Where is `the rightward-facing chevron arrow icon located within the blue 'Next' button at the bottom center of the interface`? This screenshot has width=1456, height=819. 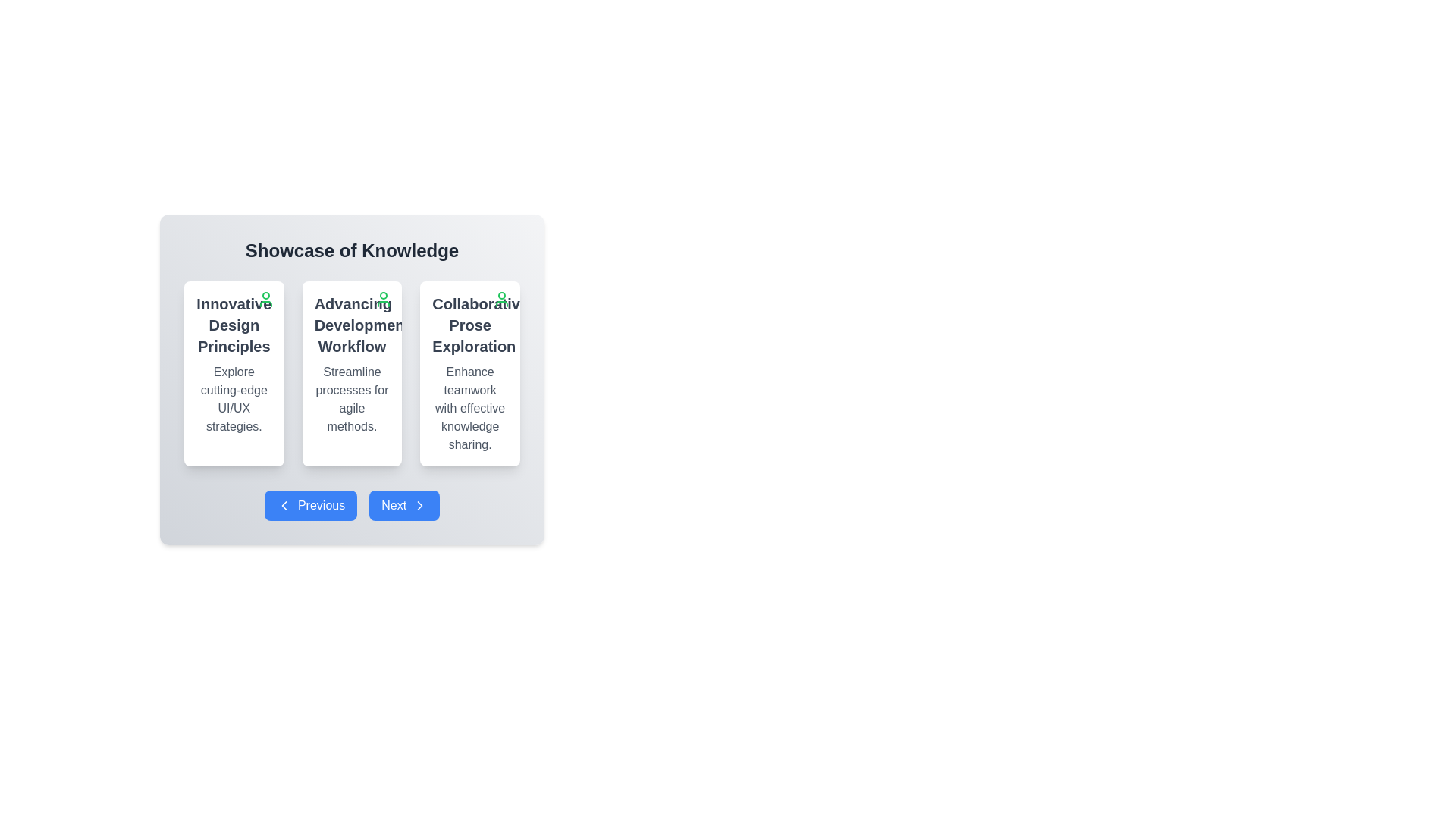
the rightward-facing chevron arrow icon located within the blue 'Next' button at the bottom center of the interface is located at coordinates (420, 506).